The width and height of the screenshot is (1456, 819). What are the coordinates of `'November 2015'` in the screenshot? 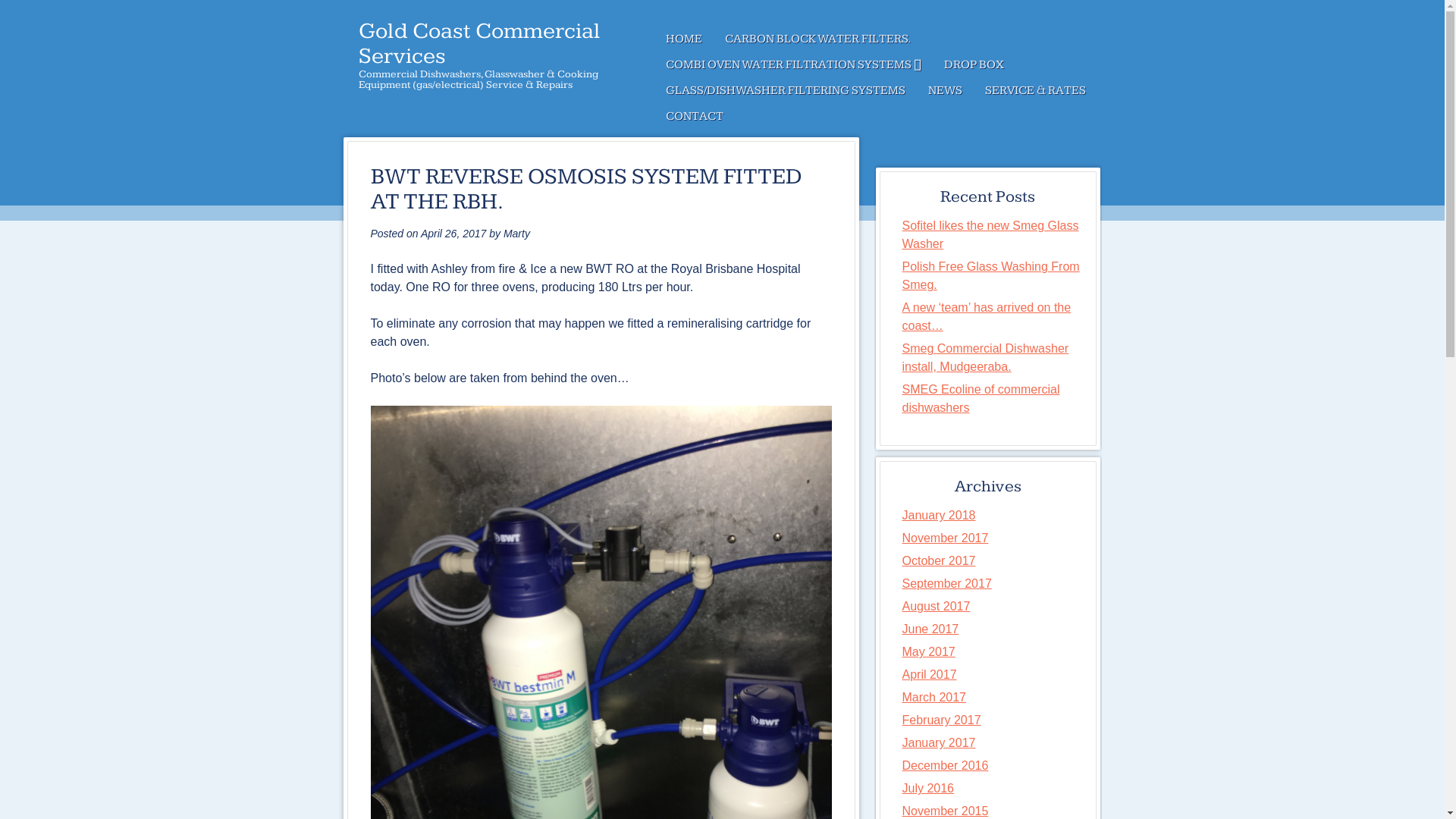 It's located at (945, 810).